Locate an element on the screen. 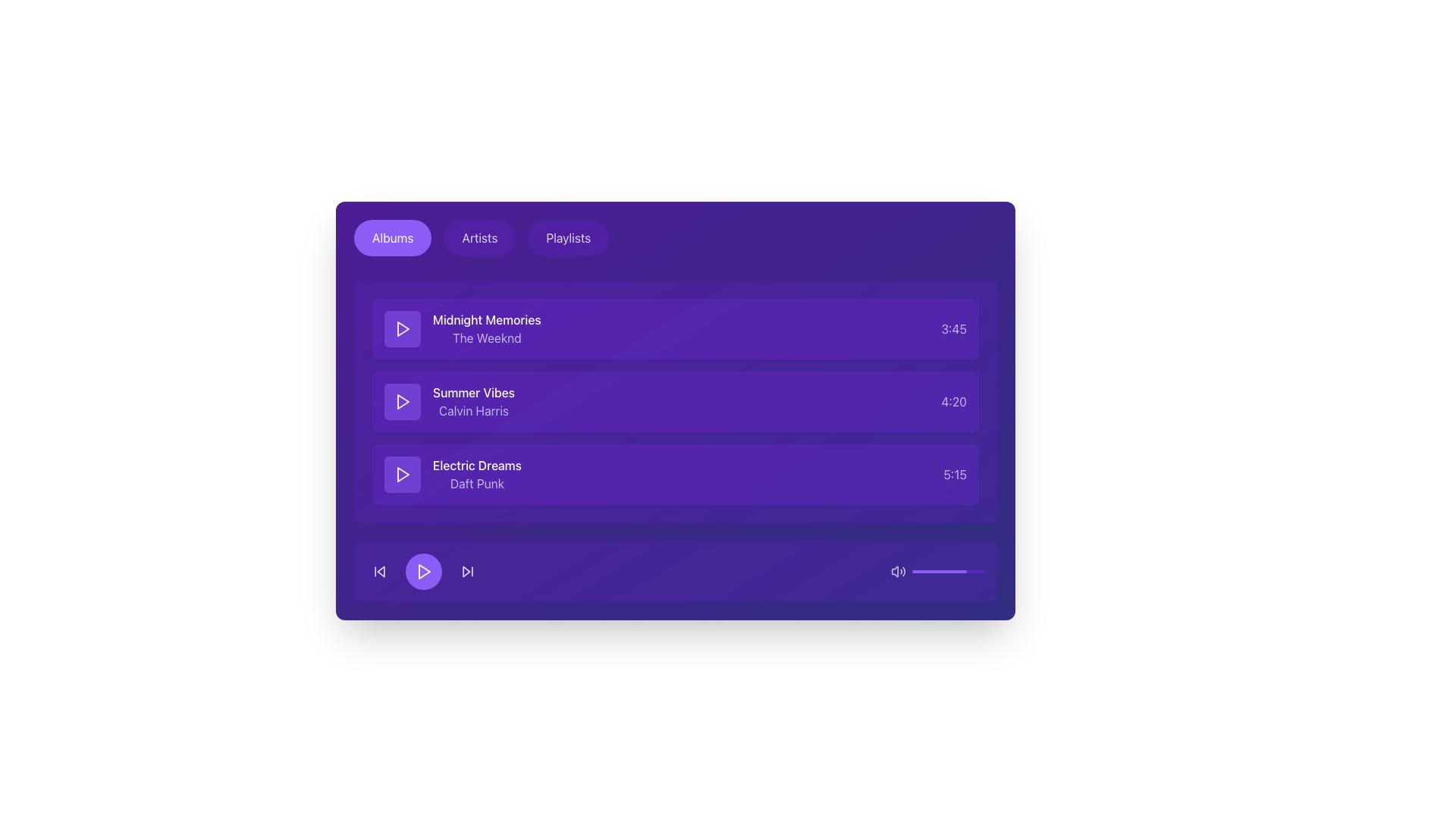  the volume level is located at coordinates (965, 571).